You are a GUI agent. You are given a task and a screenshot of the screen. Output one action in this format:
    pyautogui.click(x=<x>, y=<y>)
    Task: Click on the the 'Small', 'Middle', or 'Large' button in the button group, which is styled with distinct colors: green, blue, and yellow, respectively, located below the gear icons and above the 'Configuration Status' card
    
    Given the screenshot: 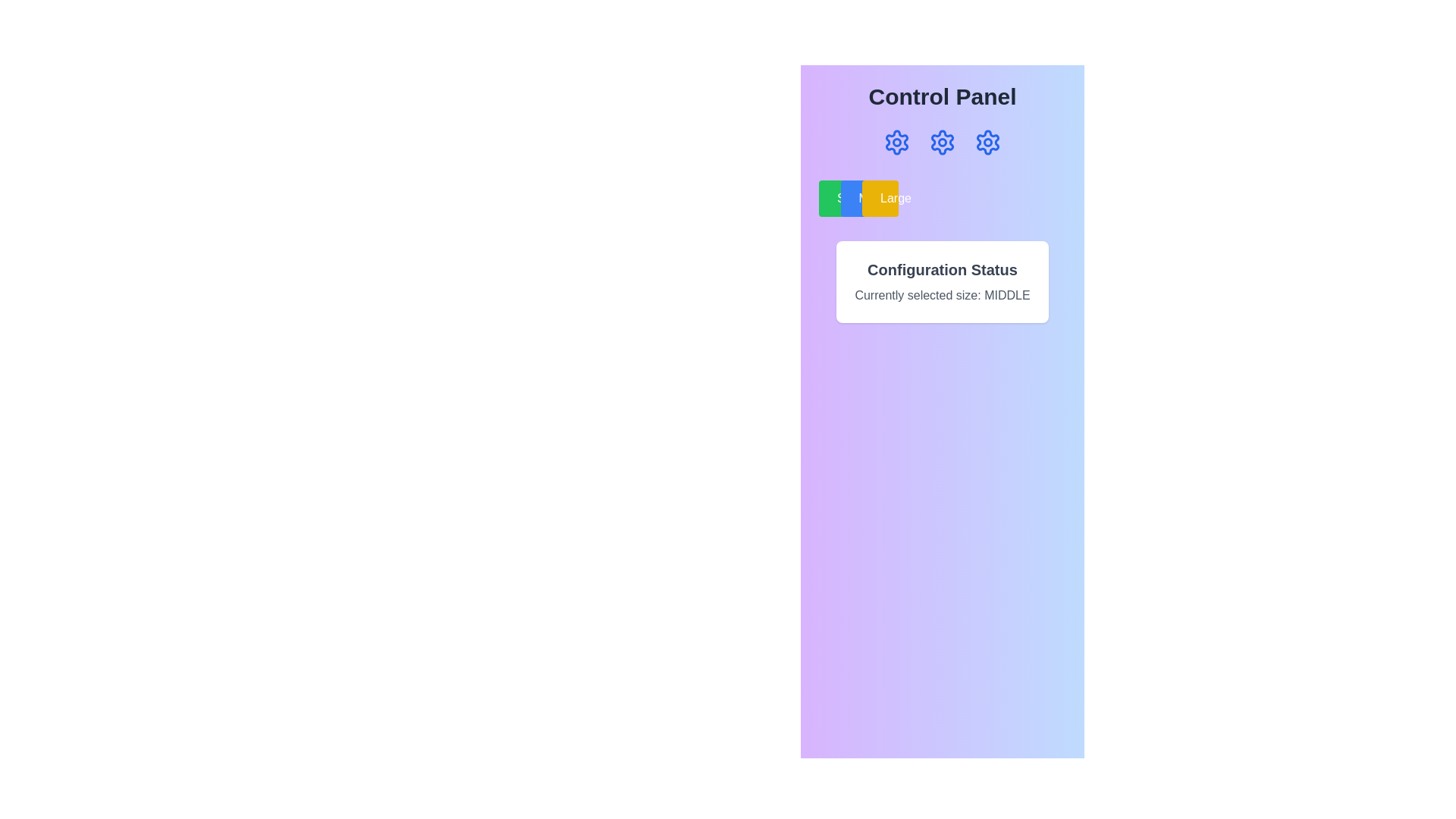 What is the action you would take?
    pyautogui.click(x=942, y=198)
    